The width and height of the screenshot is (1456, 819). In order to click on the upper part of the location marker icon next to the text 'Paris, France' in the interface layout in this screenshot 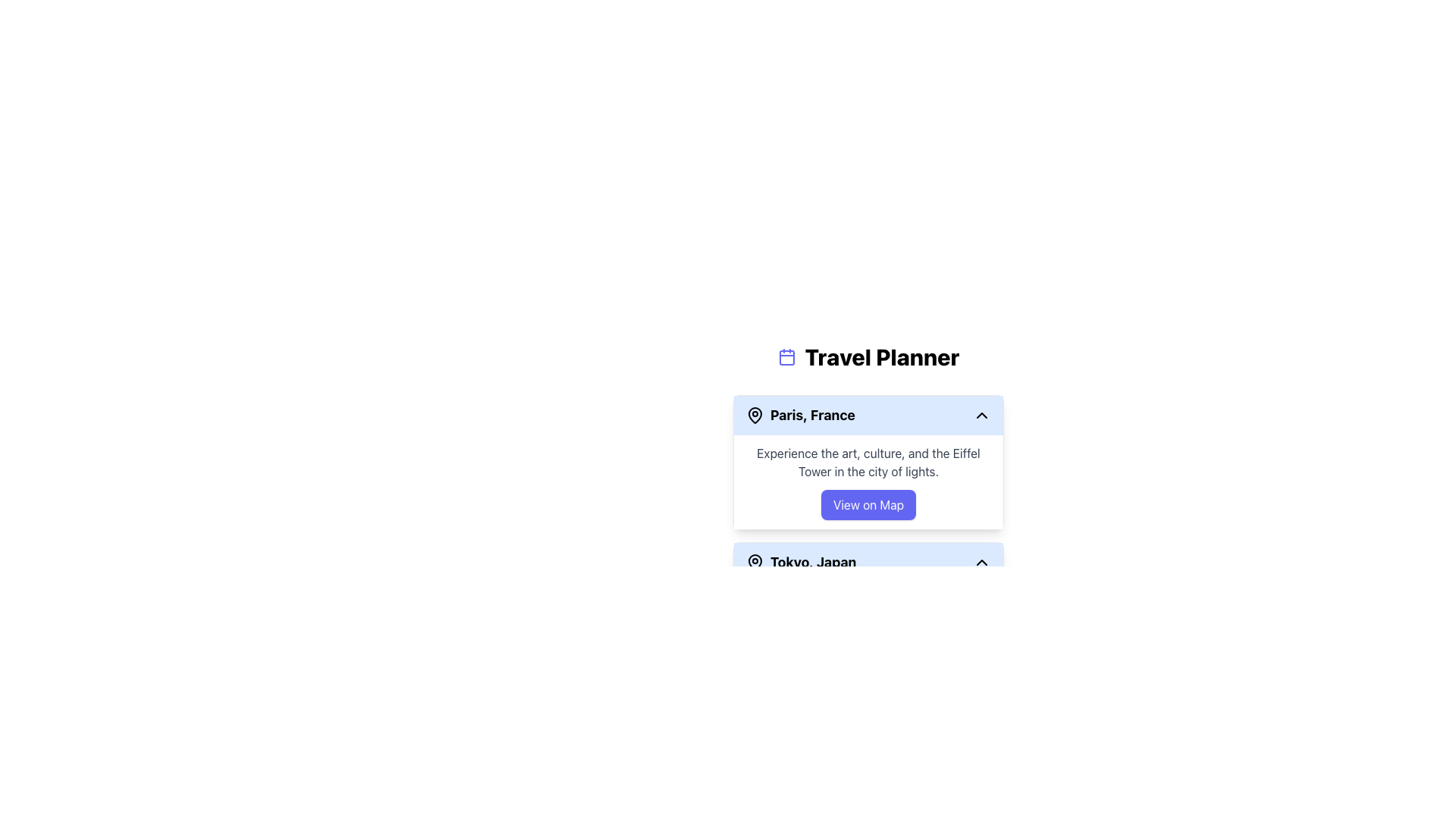, I will do `click(755, 415)`.